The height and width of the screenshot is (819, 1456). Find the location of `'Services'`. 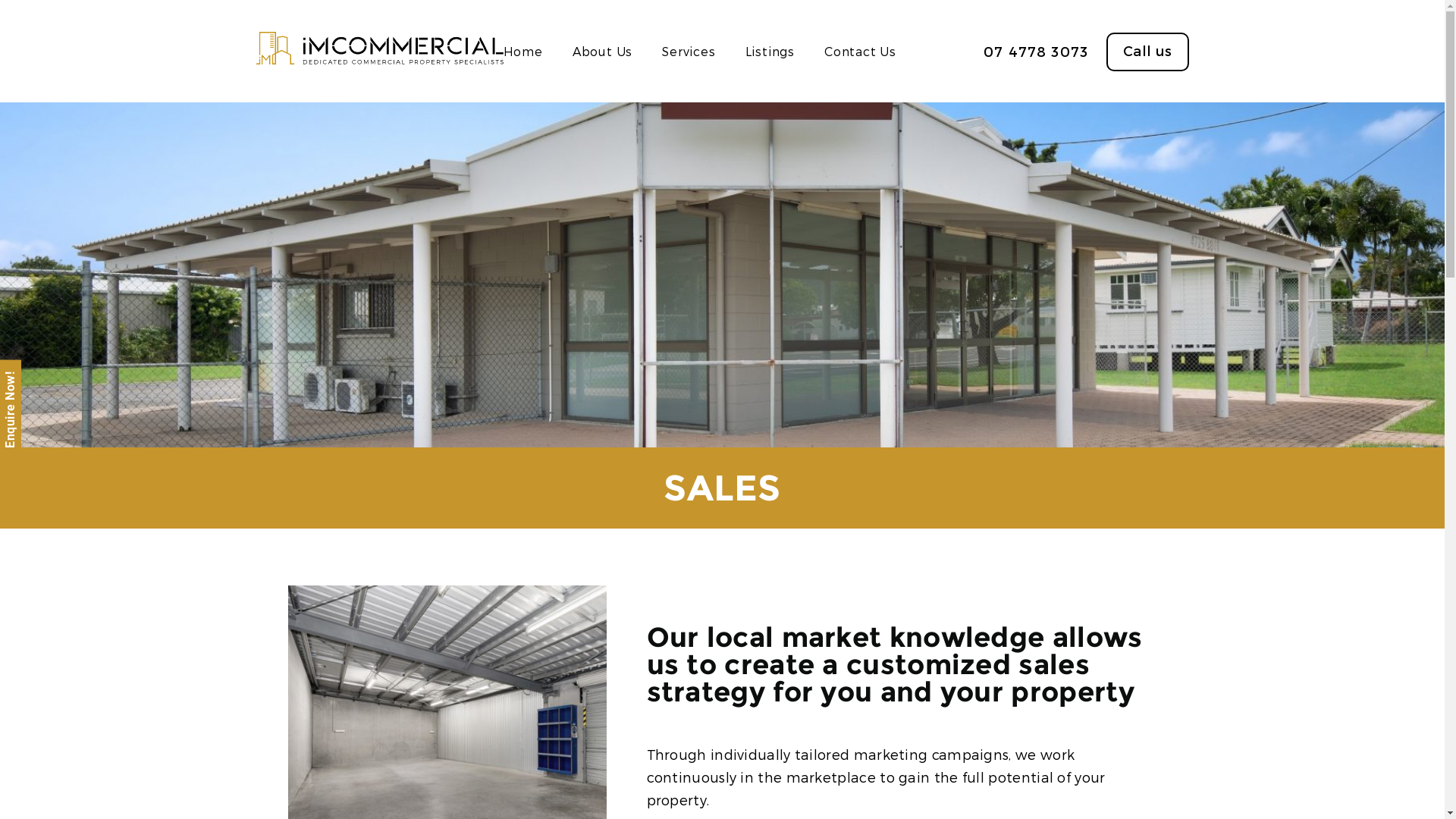

'Services' is located at coordinates (687, 50).